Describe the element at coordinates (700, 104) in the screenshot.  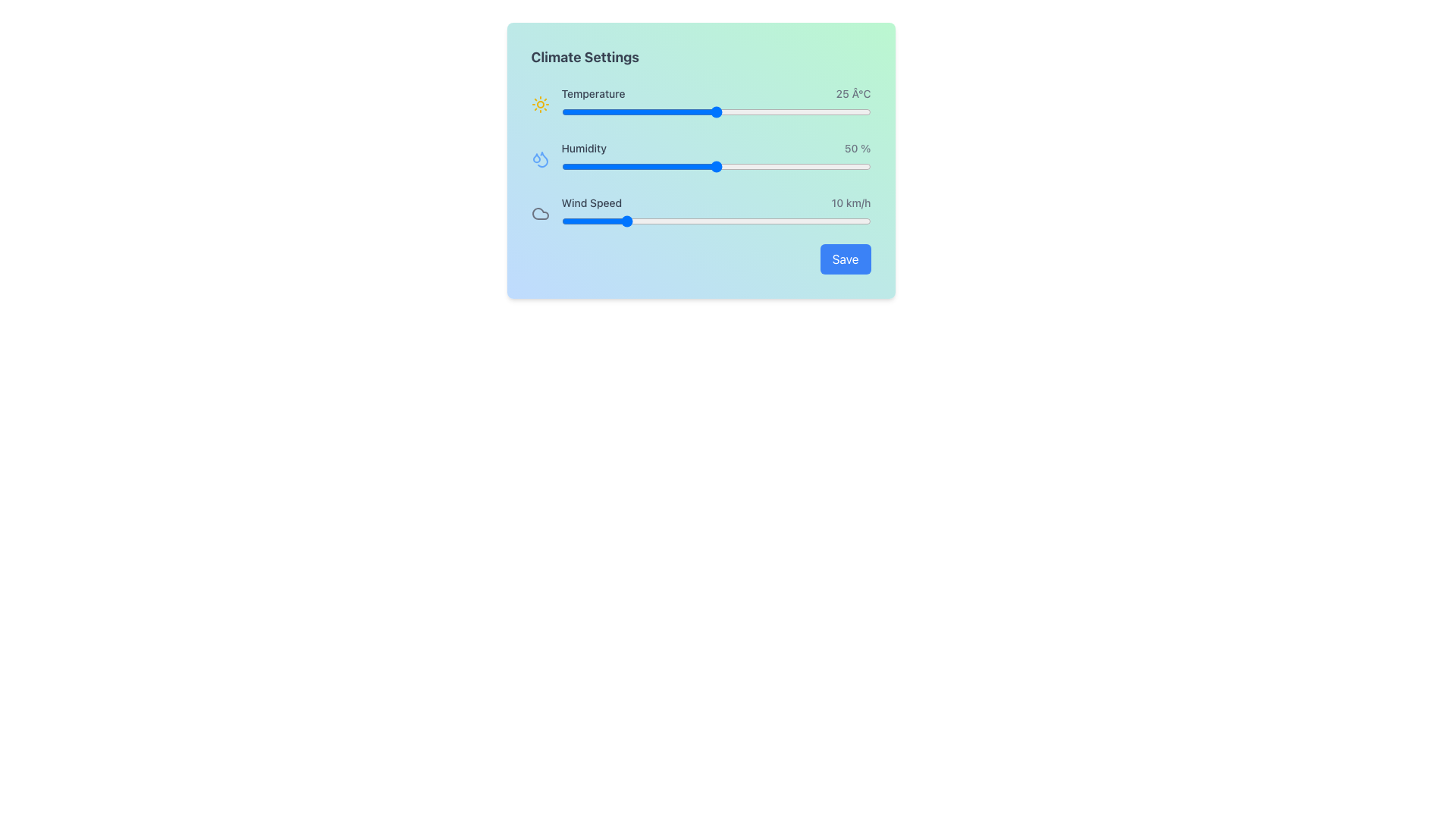
I see `the composite element displaying temperature information, which includes a yellow sun icon, the label 'Temperature', and a numerical value '25 °C'` at that location.